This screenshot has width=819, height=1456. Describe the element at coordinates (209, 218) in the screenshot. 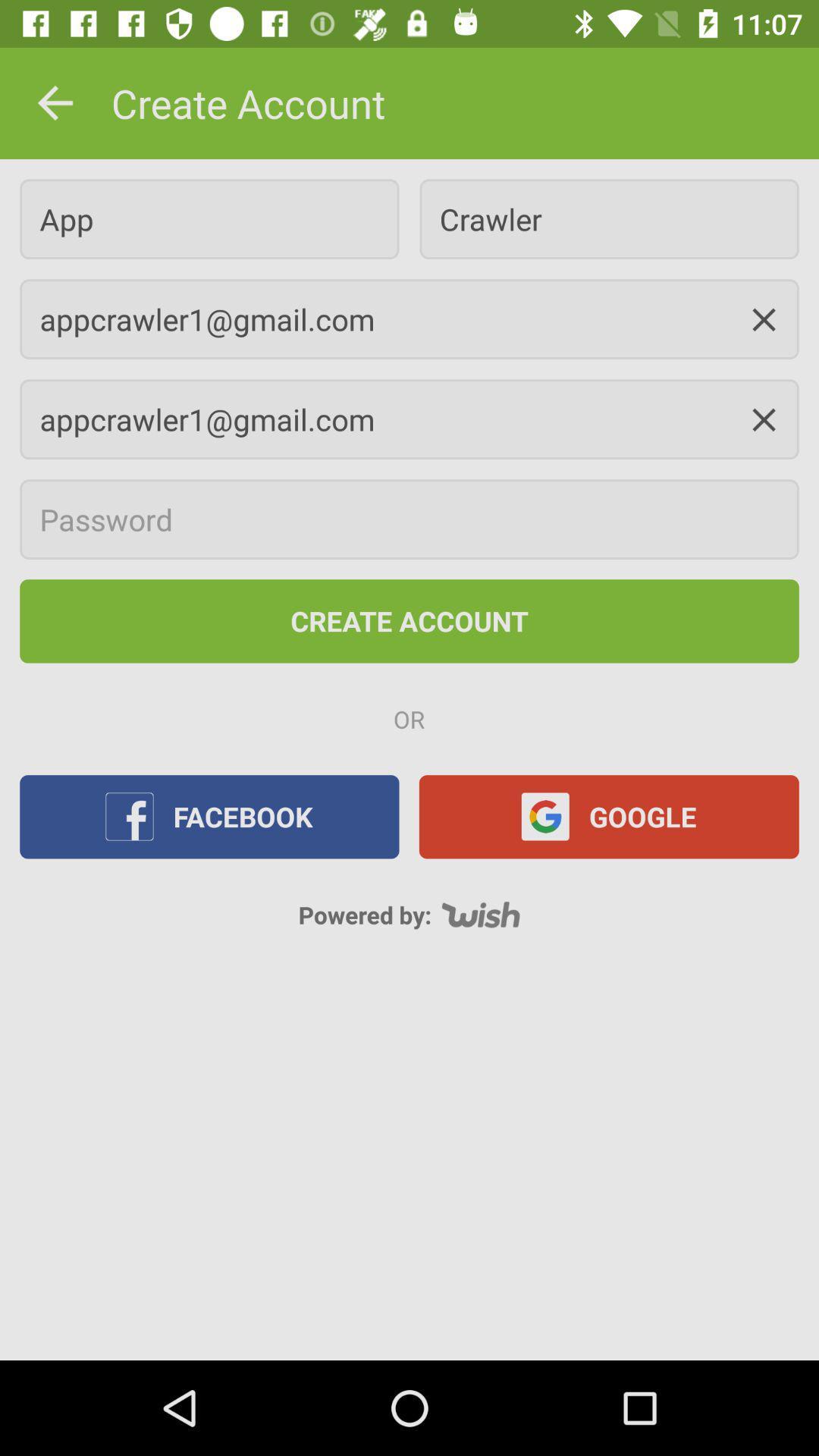

I see `item below create account icon` at that location.